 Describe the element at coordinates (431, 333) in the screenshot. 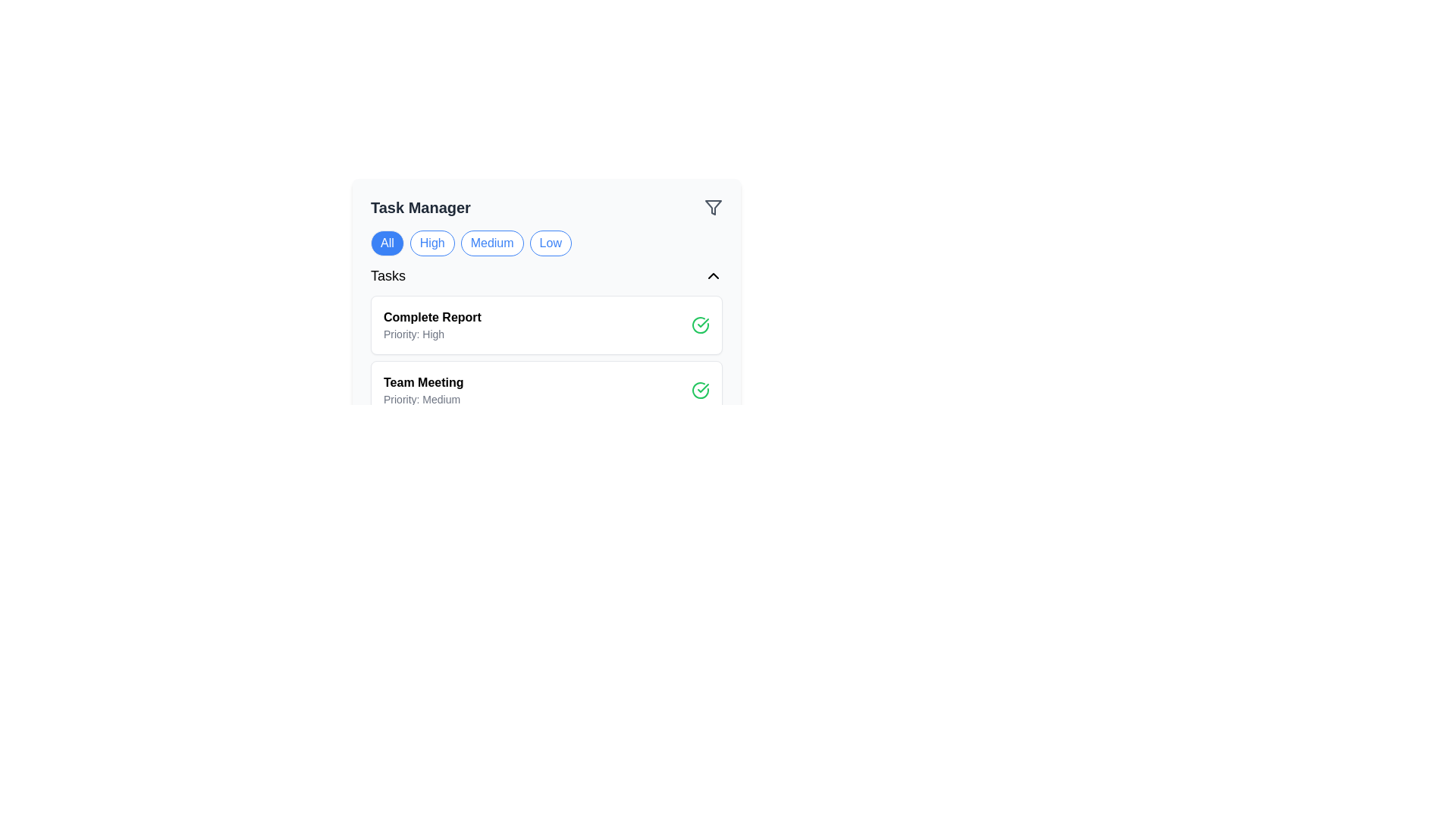

I see `the 'Priority: High' text label, which is displayed in gray and located below the title 'Complete Report' in the task tile` at that location.